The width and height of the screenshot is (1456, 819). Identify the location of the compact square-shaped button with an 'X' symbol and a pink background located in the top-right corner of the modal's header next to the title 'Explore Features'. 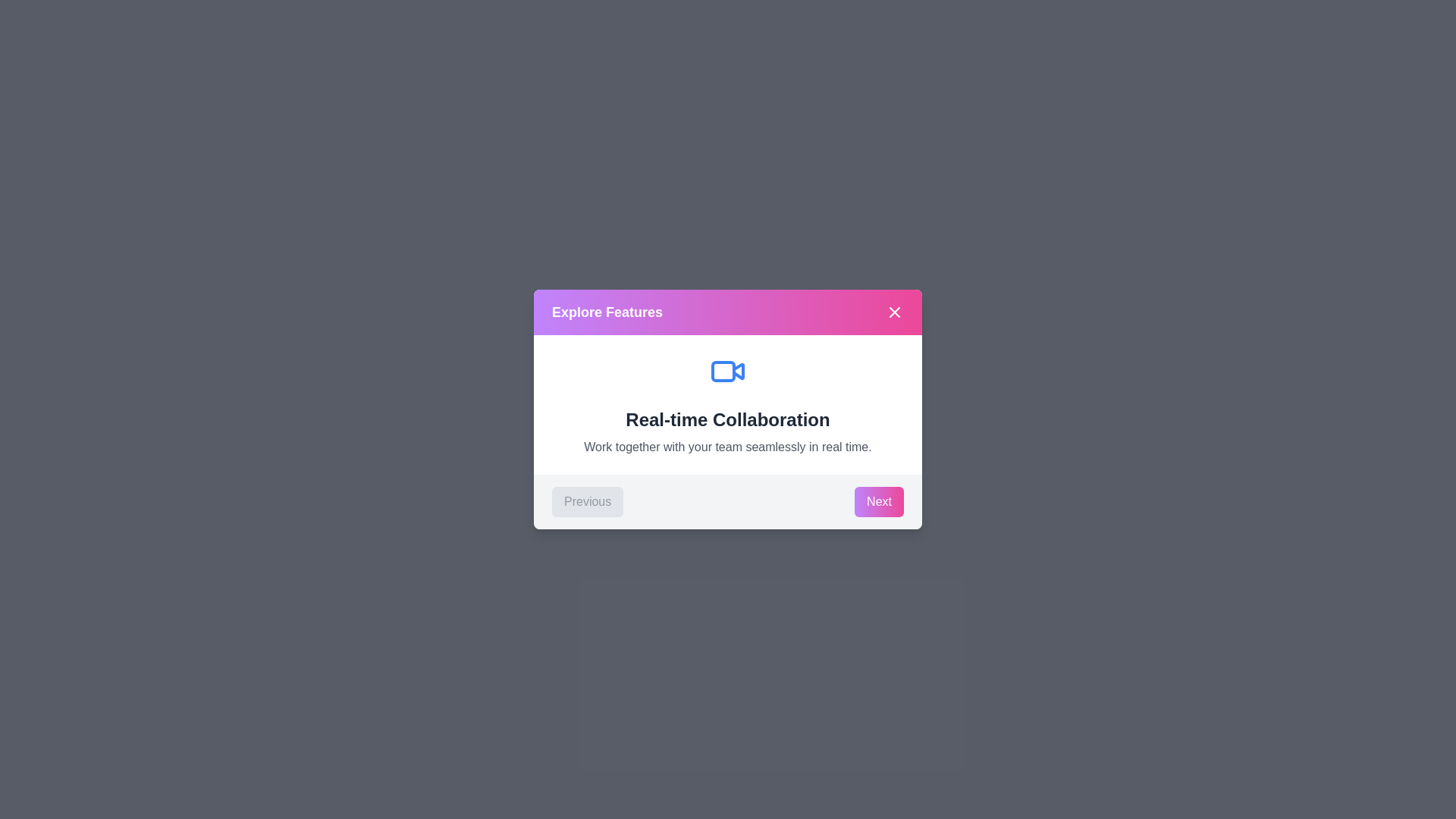
(895, 312).